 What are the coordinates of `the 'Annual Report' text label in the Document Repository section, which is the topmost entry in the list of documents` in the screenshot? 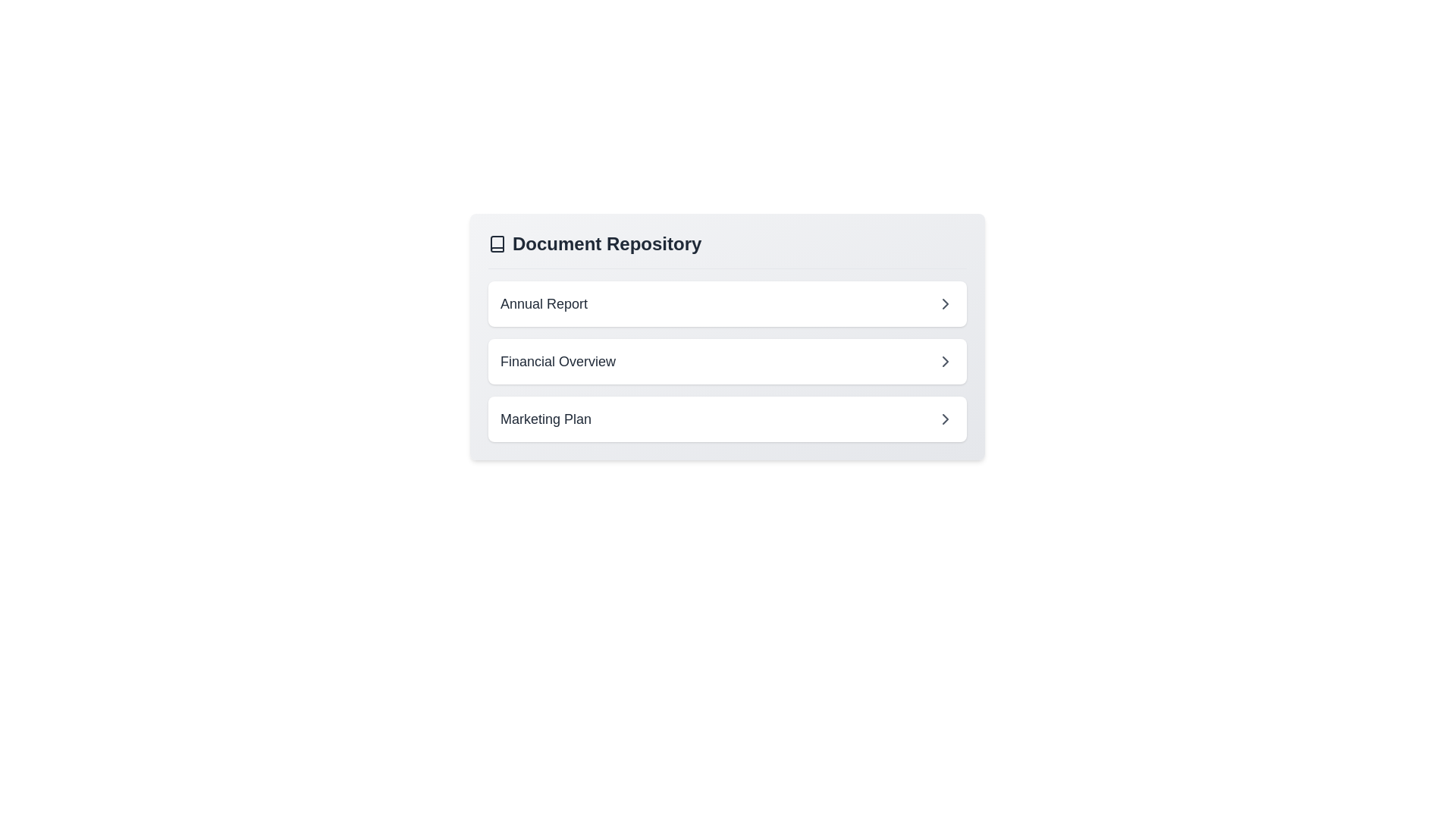 It's located at (544, 304).